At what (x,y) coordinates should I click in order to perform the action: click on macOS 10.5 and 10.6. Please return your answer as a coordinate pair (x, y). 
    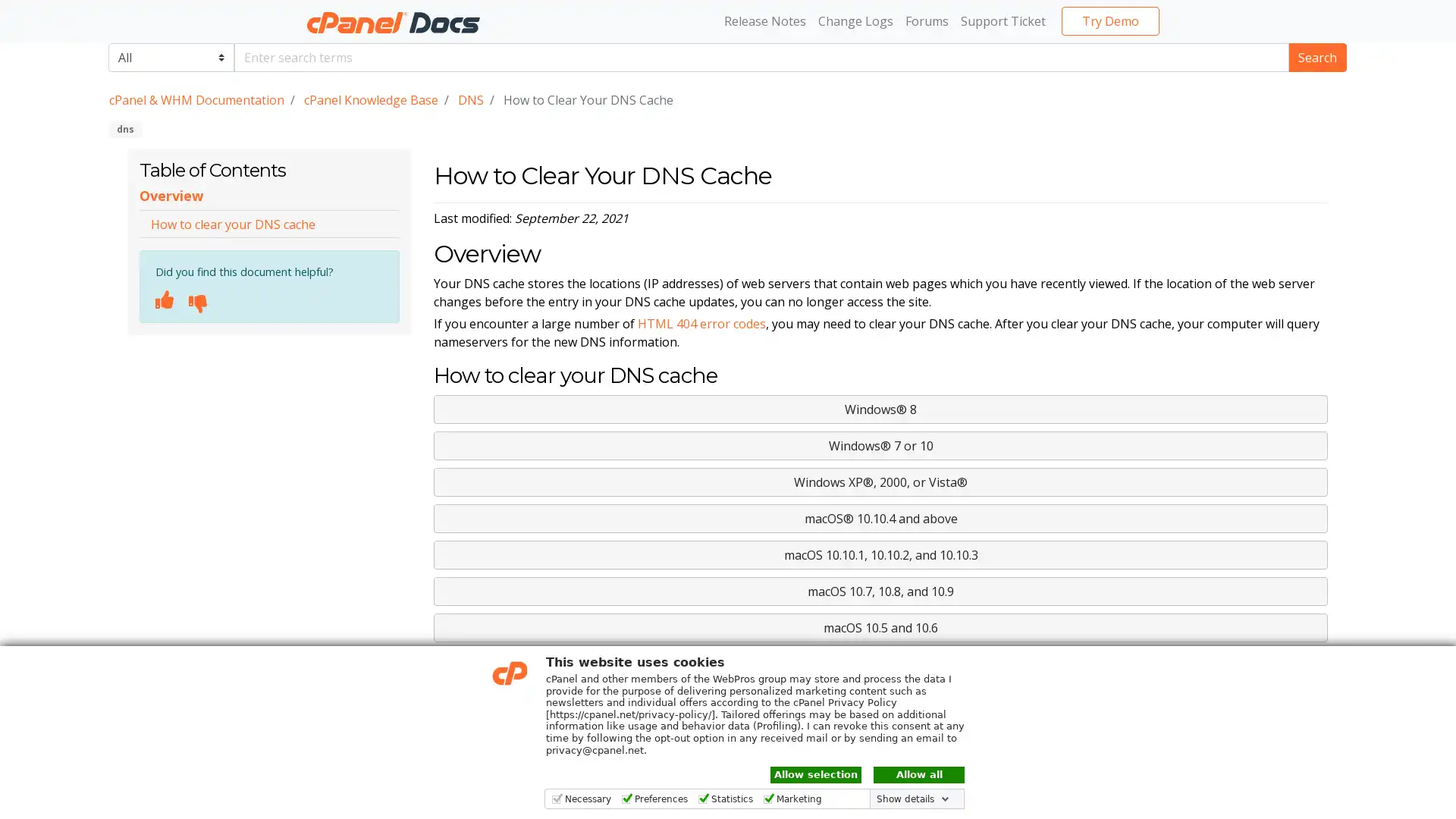
    Looking at the image, I should click on (880, 628).